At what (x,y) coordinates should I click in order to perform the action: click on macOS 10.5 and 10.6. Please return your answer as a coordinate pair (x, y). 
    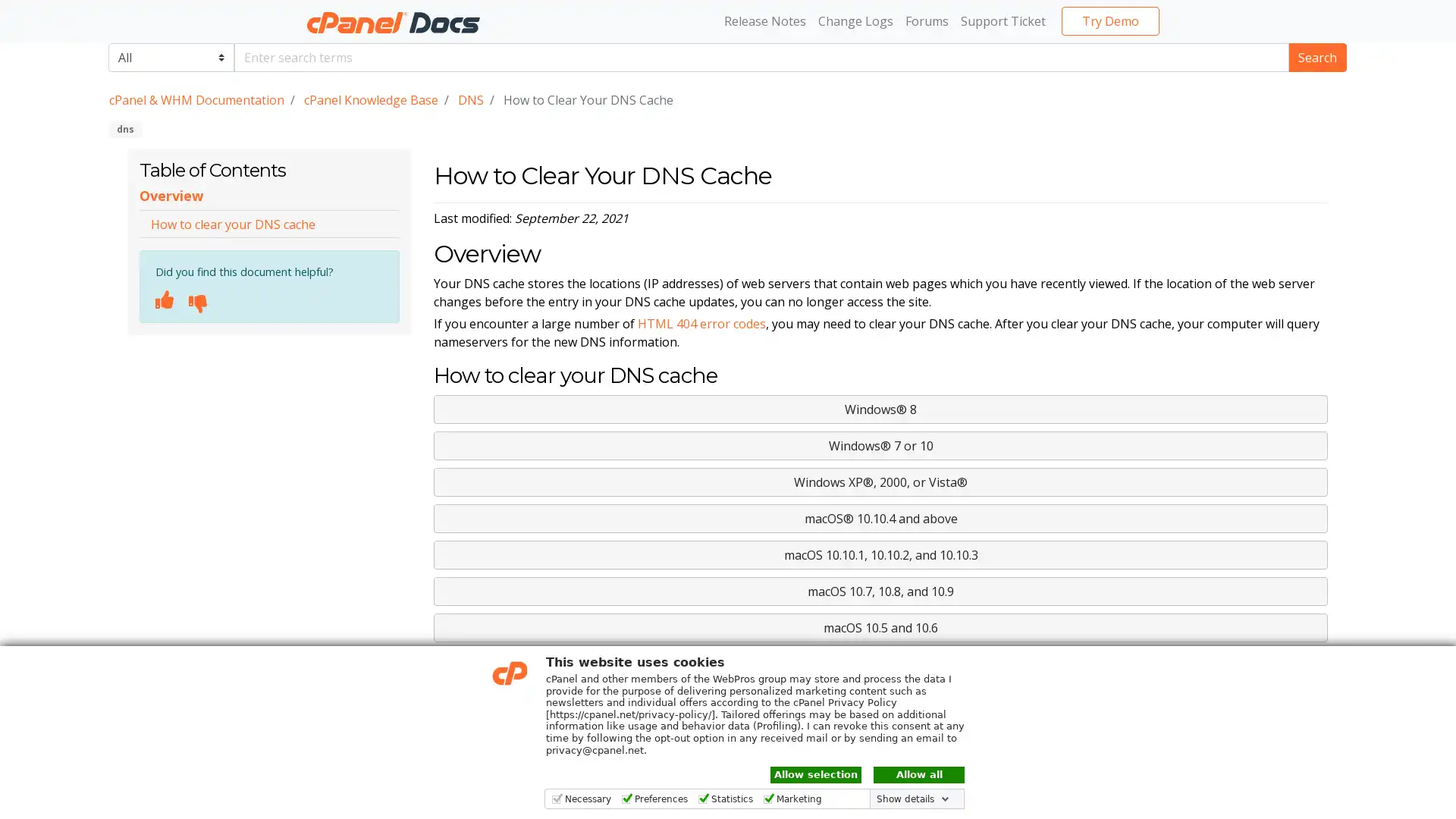
    Looking at the image, I should click on (880, 628).